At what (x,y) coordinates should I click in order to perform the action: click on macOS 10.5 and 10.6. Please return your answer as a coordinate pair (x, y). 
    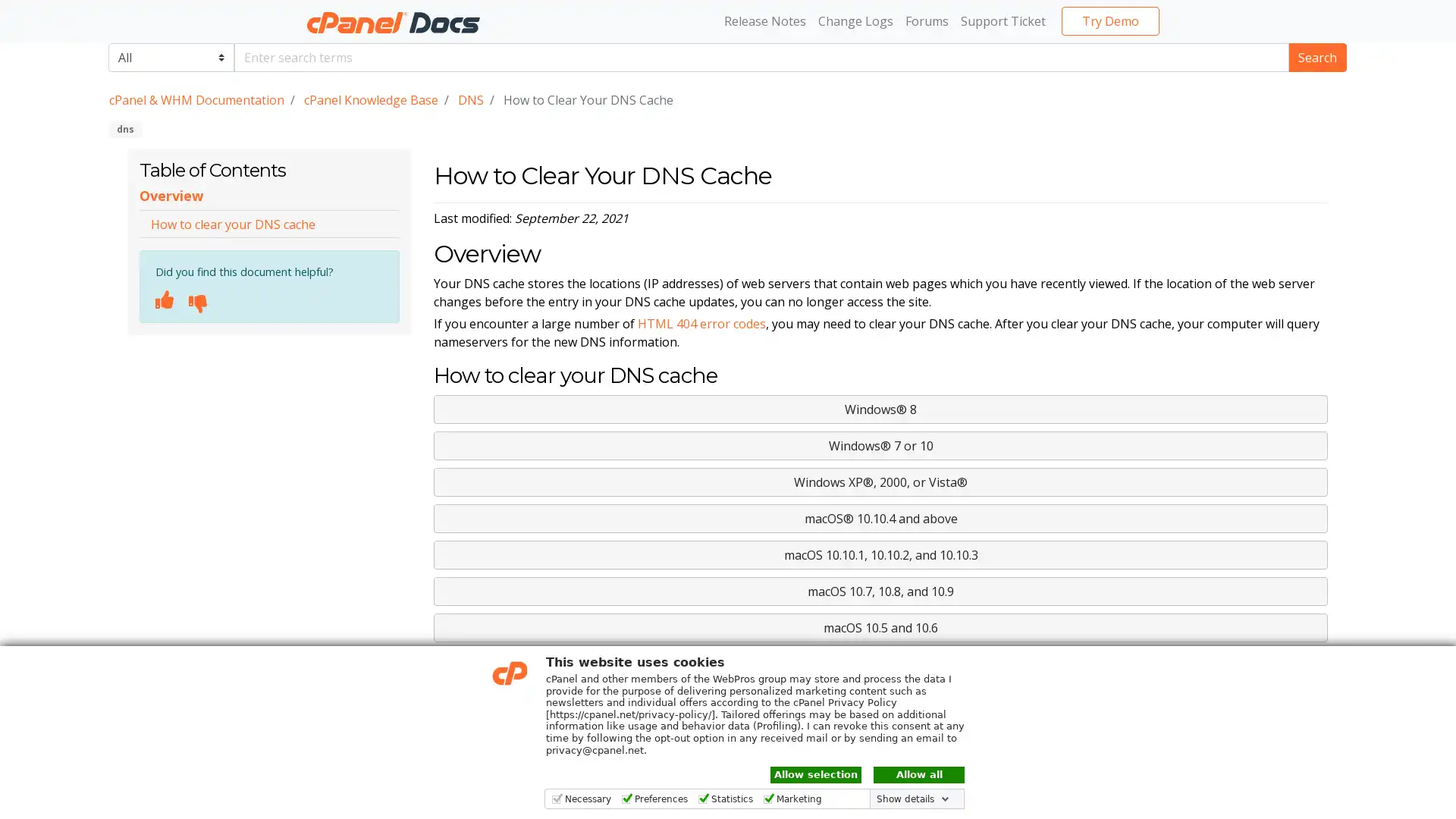
    Looking at the image, I should click on (880, 628).